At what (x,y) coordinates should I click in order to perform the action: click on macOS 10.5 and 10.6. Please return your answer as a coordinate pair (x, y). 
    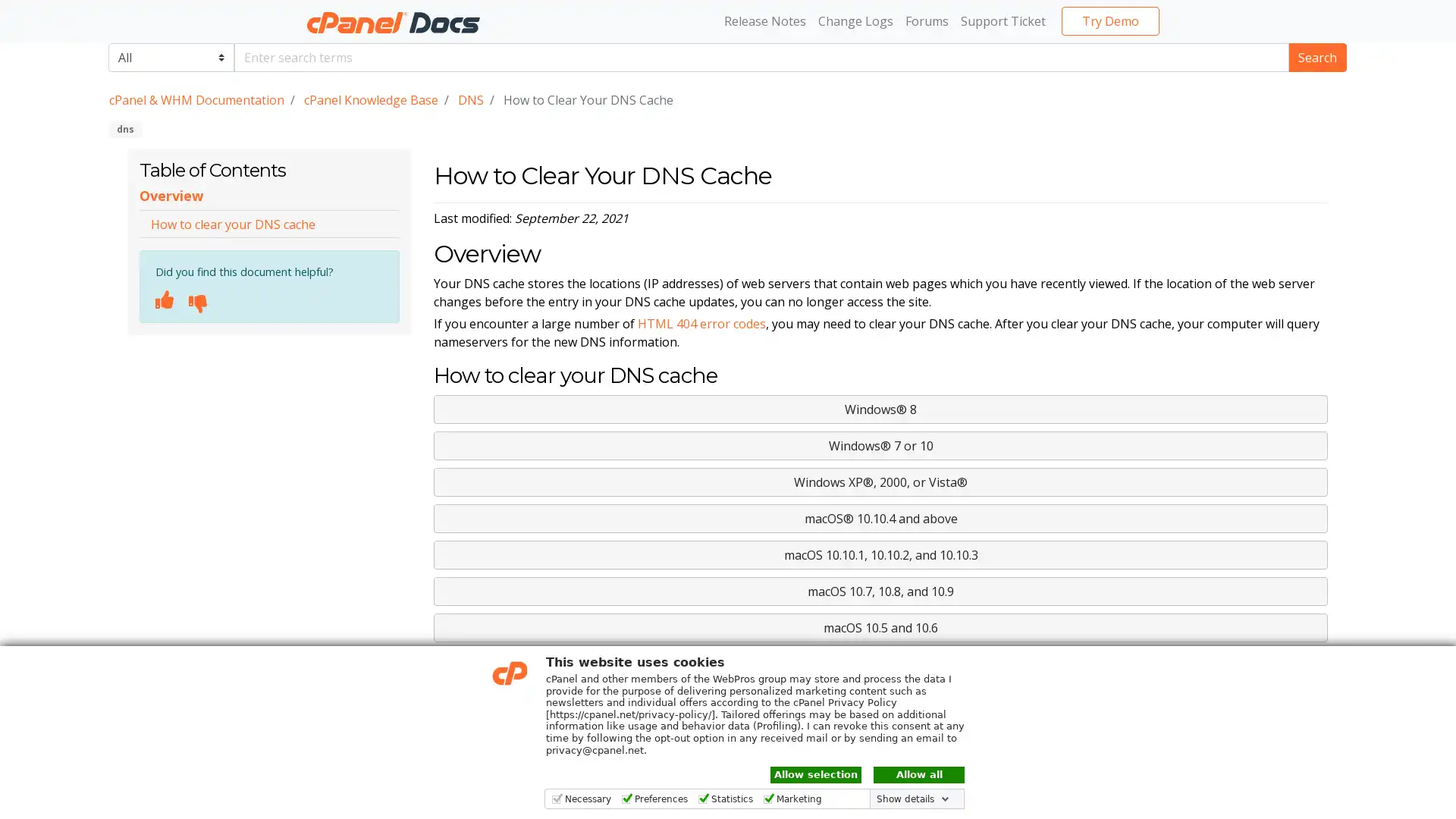
    Looking at the image, I should click on (880, 628).